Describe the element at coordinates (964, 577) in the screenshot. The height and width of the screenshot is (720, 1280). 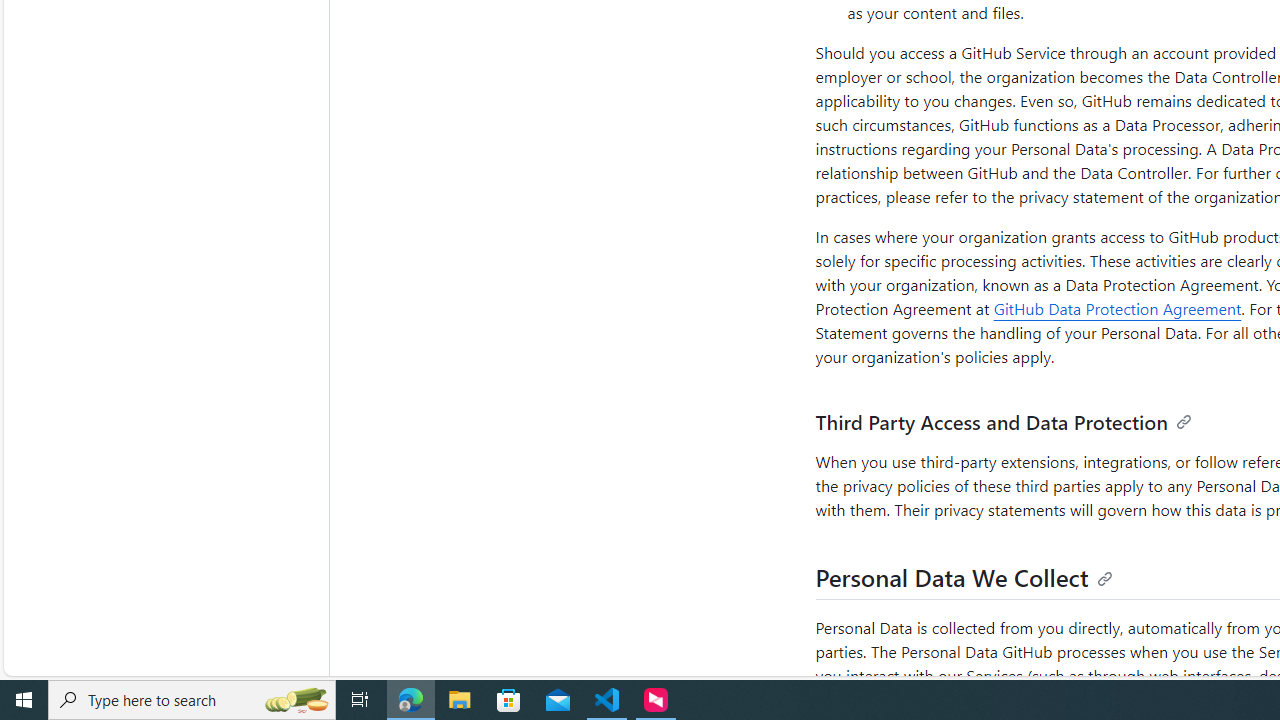
I see `'Personal Data We Collect'` at that location.